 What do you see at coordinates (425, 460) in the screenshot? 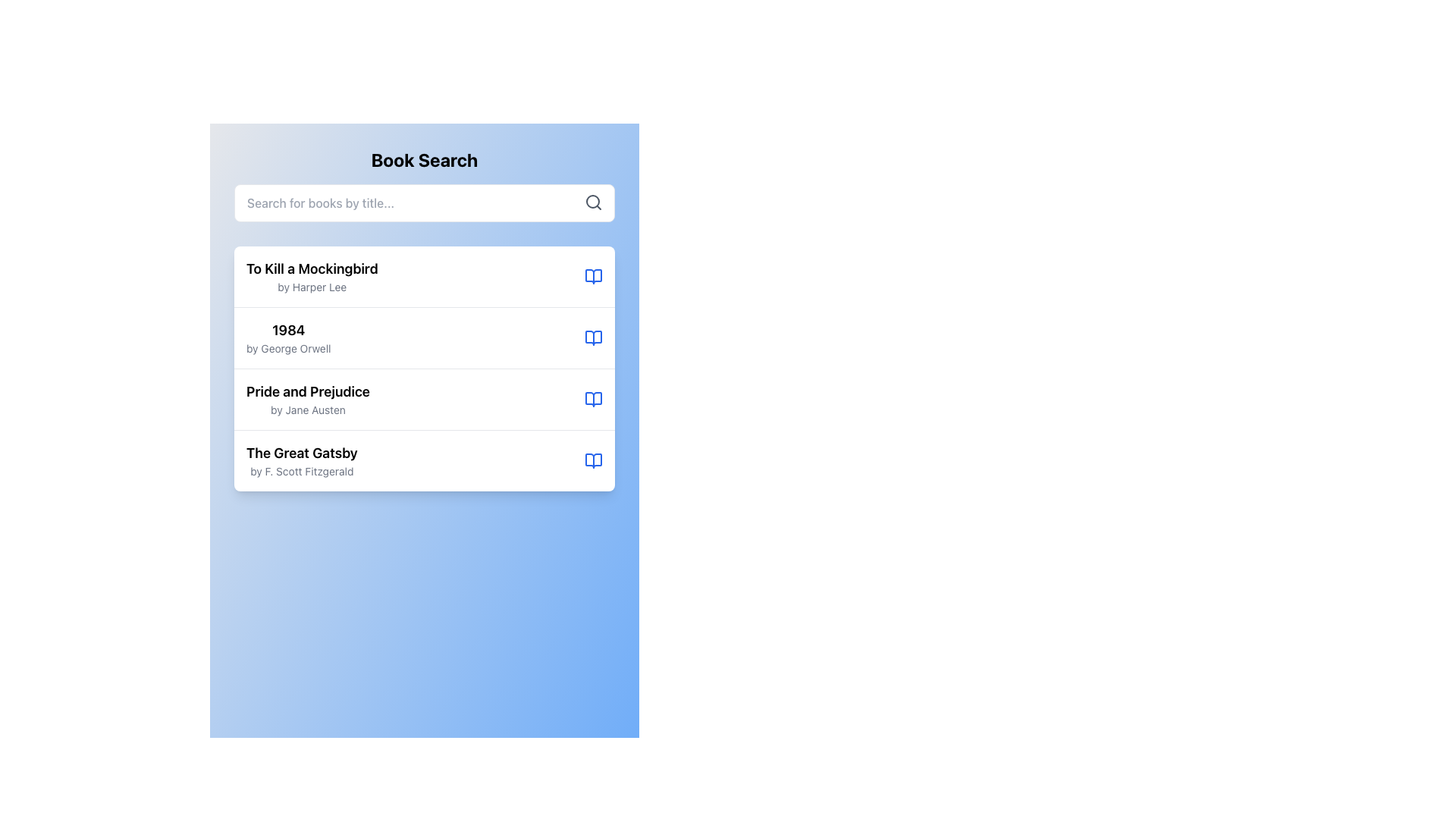
I see `the fourth list item titled 'The Great Gatsby'` at bounding box center [425, 460].